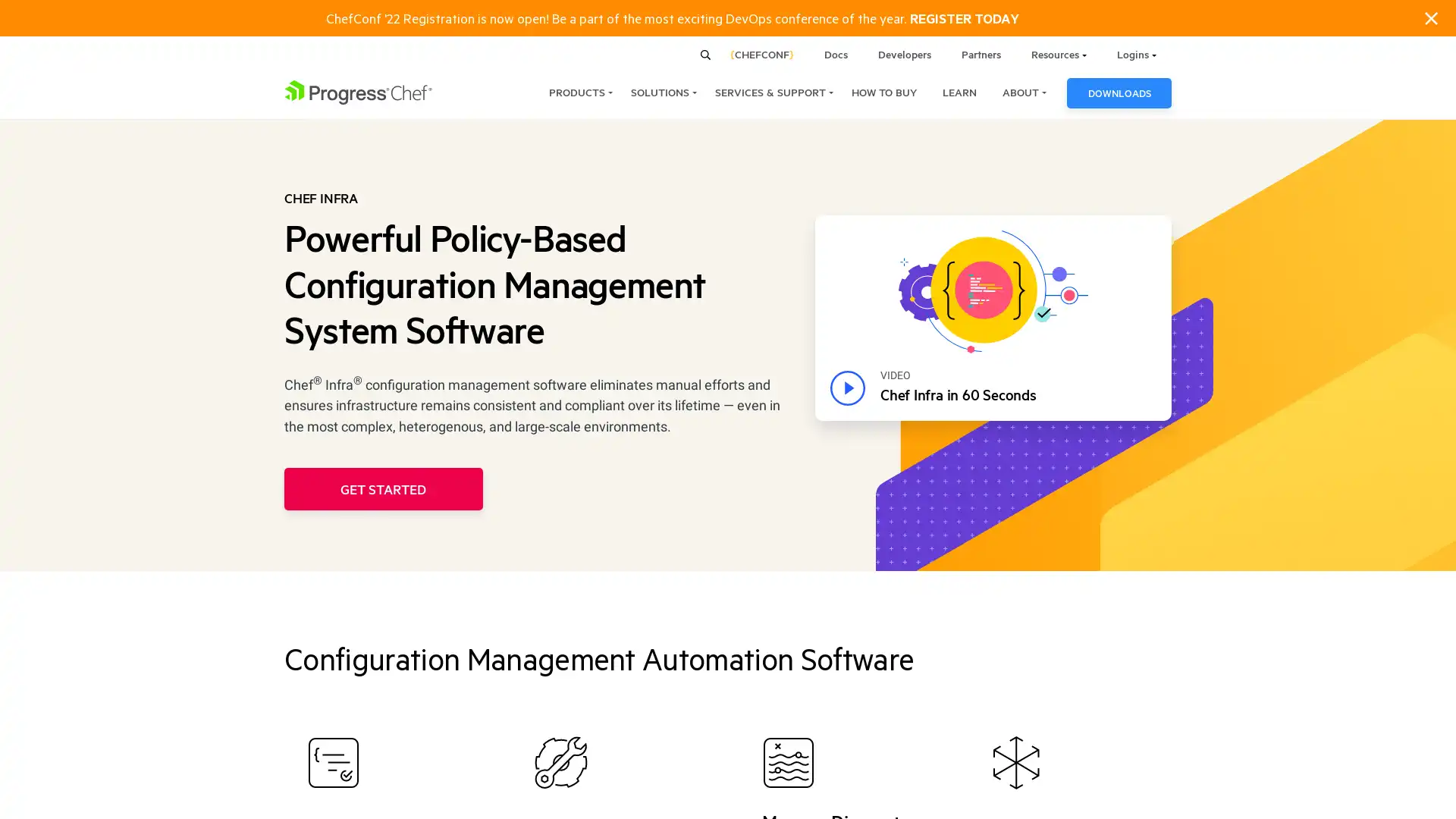  I want to click on COOKIES SETTINGS, so click(1376, 789).